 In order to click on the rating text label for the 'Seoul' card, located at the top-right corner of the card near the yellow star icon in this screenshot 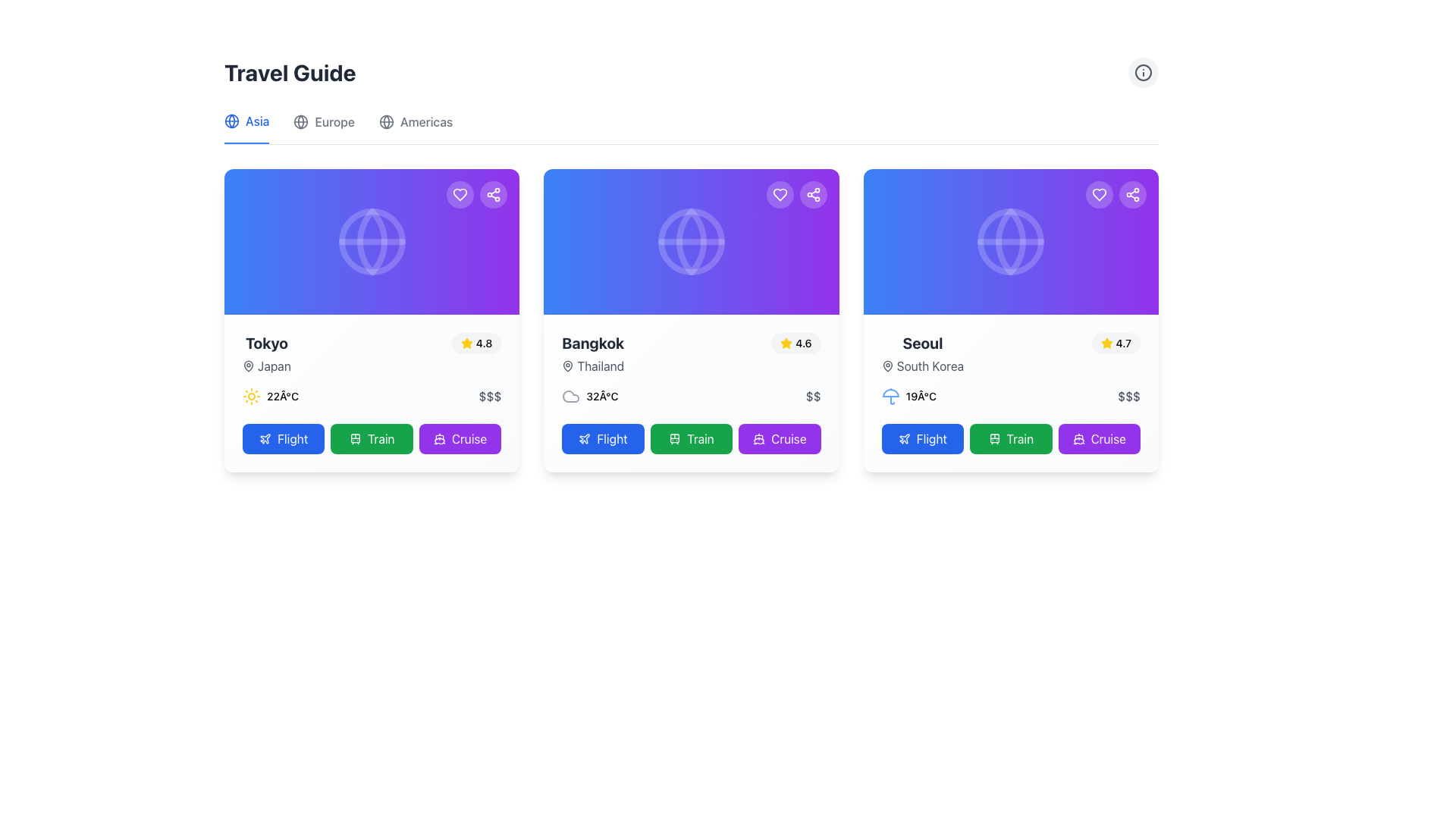, I will do `click(1123, 343)`.